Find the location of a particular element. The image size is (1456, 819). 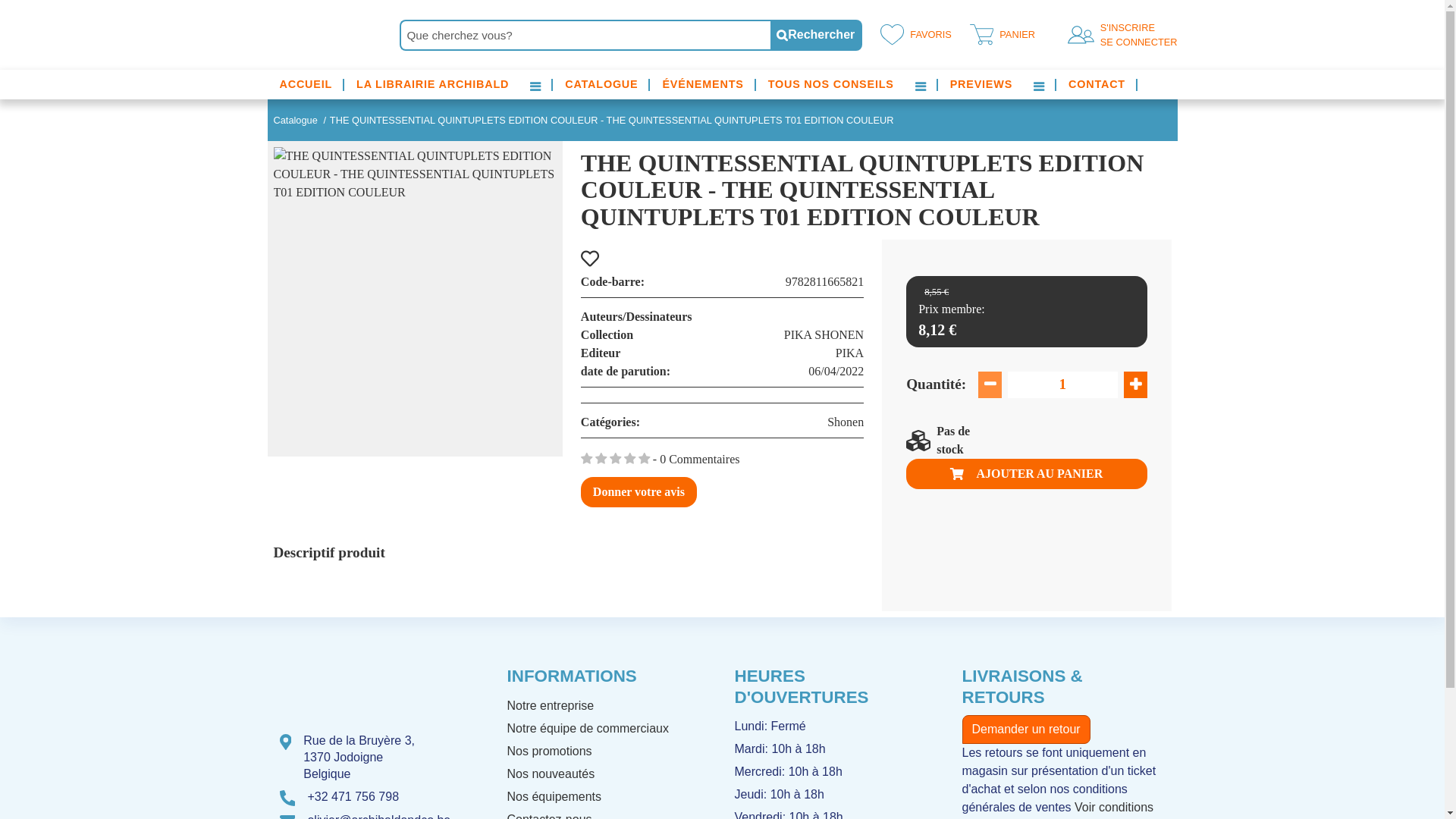

'CONTACT' is located at coordinates (1097, 84).